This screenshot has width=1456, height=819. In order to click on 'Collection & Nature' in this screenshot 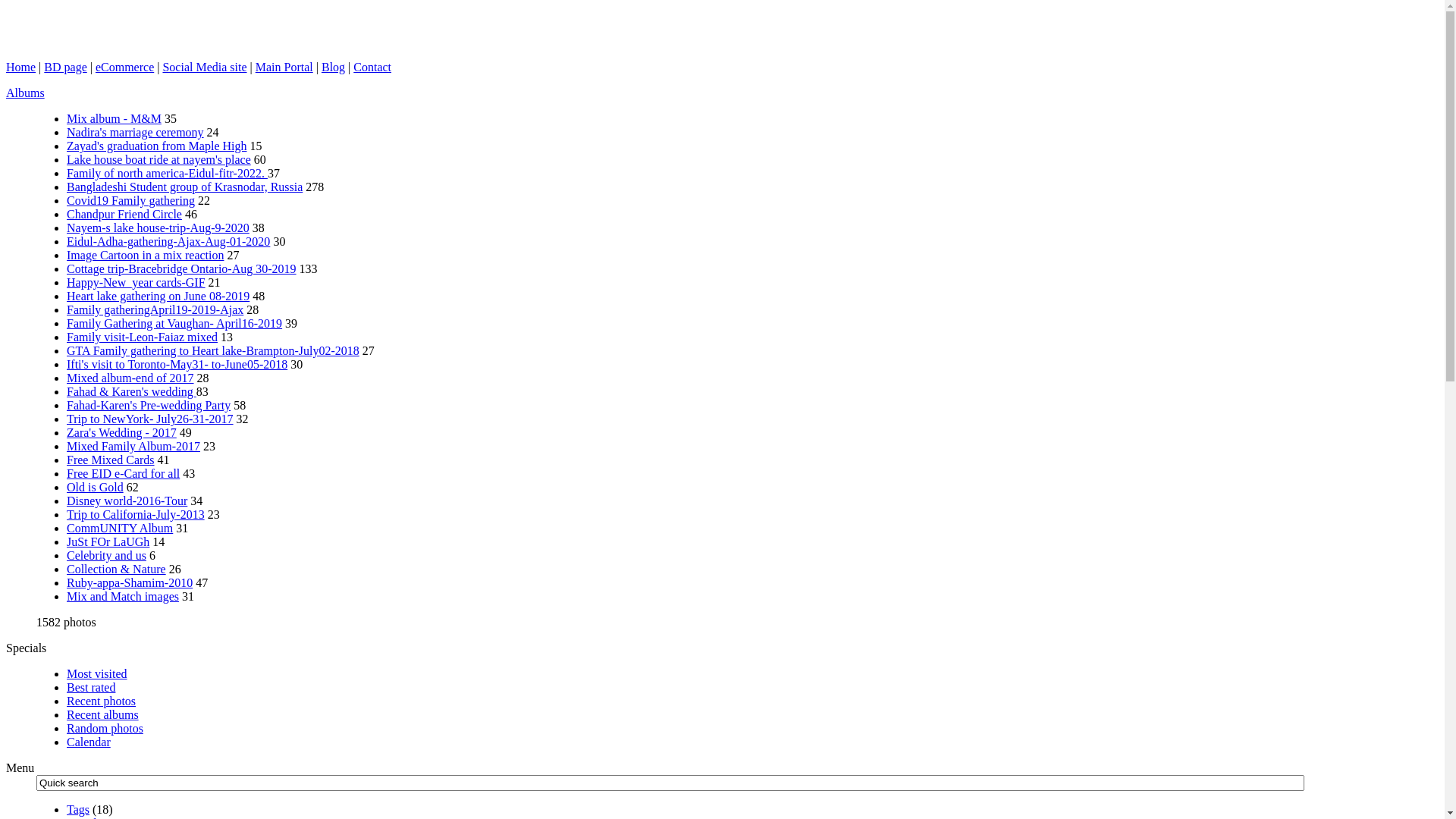, I will do `click(115, 569)`.